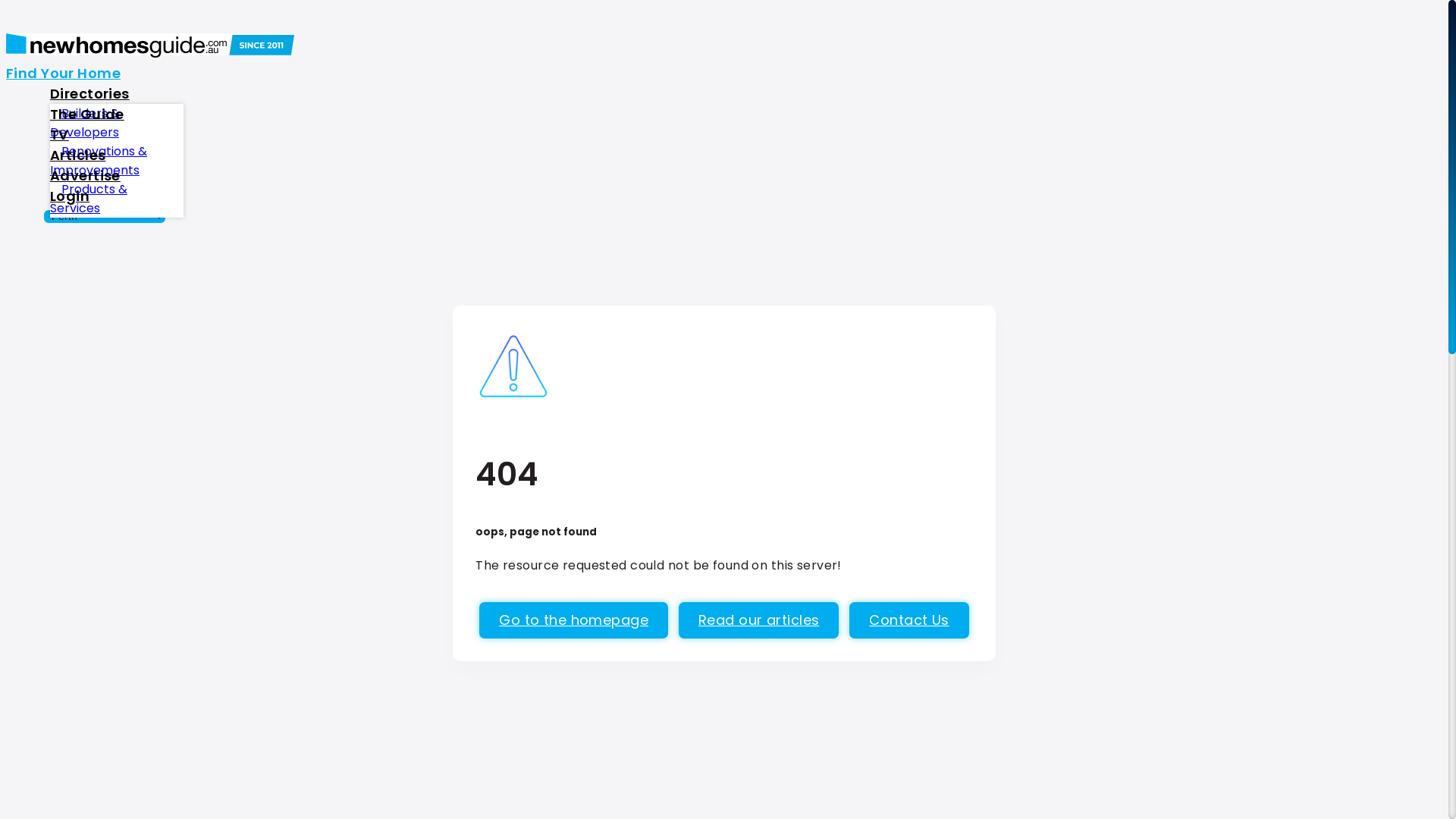  What do you see at coordinates (86, 113) in the screenshot?
I see `'The Guide'` at bounding box center [86, 113].